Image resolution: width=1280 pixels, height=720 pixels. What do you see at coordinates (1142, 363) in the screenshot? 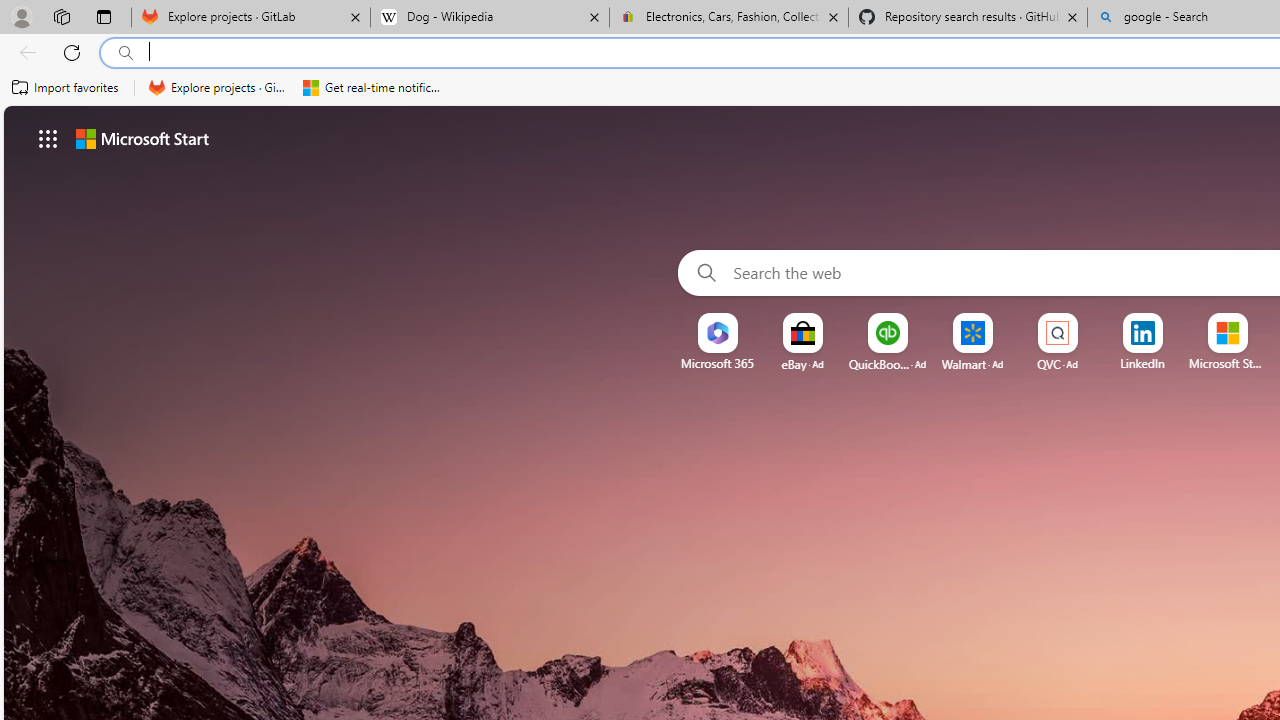
I see `'LinkedIn'` at bounding box center [1142, 363].